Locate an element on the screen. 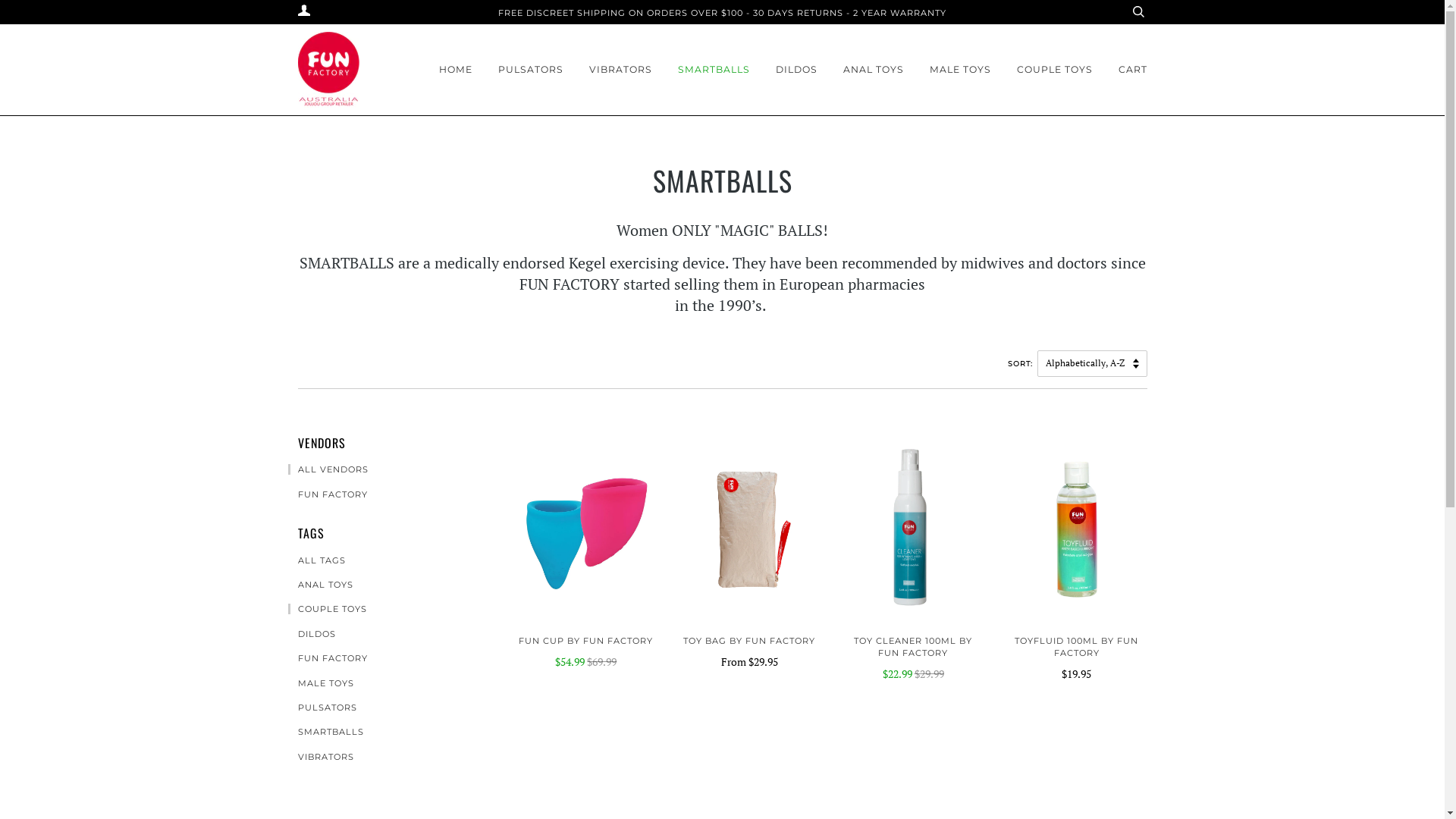 The height and width of the screenshot is (819, 1456). 'FUN FACTORY' is located at coordinates (327, 494).